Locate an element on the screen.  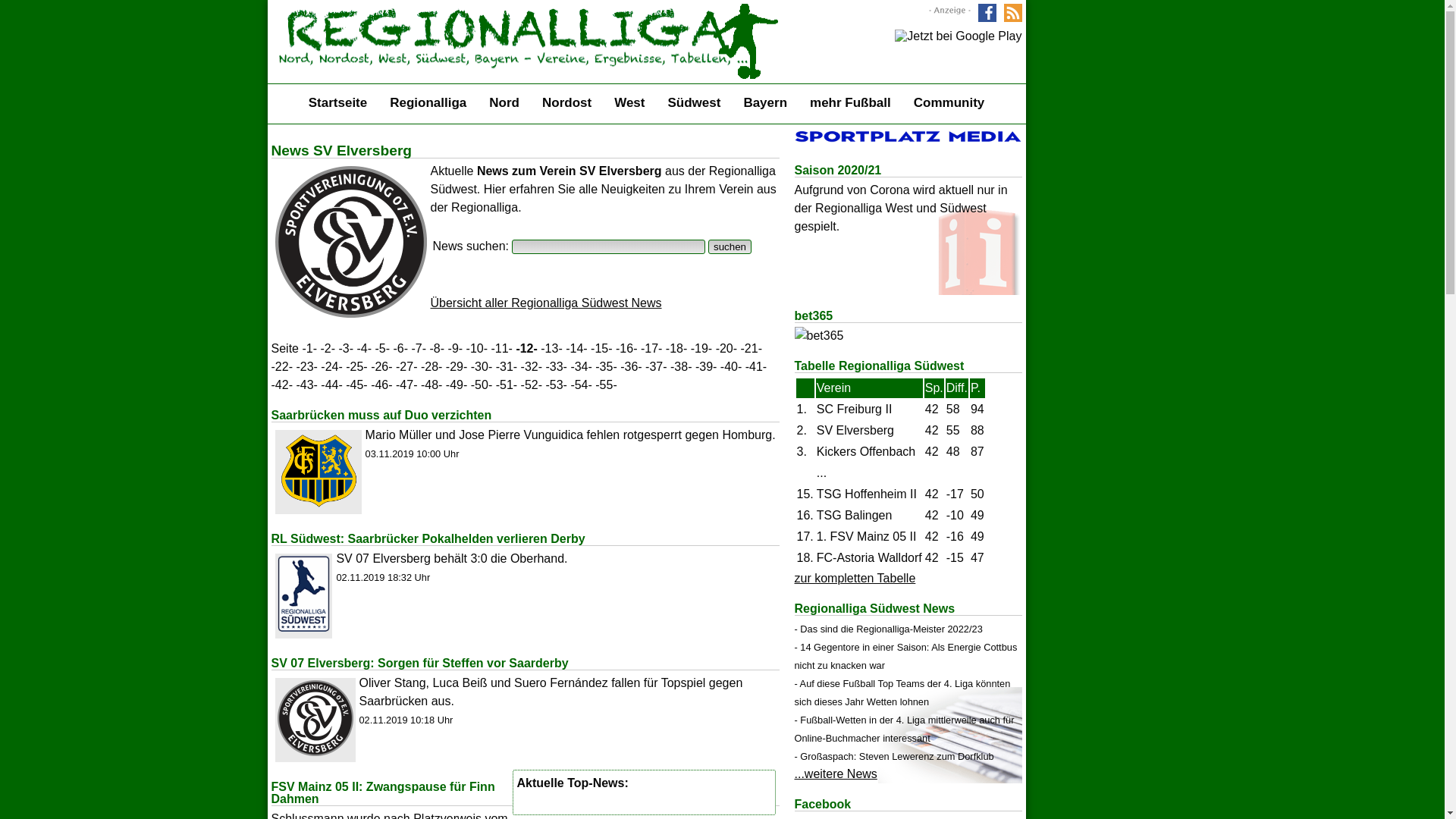
'-54-' is located at coordinates (580, 384).